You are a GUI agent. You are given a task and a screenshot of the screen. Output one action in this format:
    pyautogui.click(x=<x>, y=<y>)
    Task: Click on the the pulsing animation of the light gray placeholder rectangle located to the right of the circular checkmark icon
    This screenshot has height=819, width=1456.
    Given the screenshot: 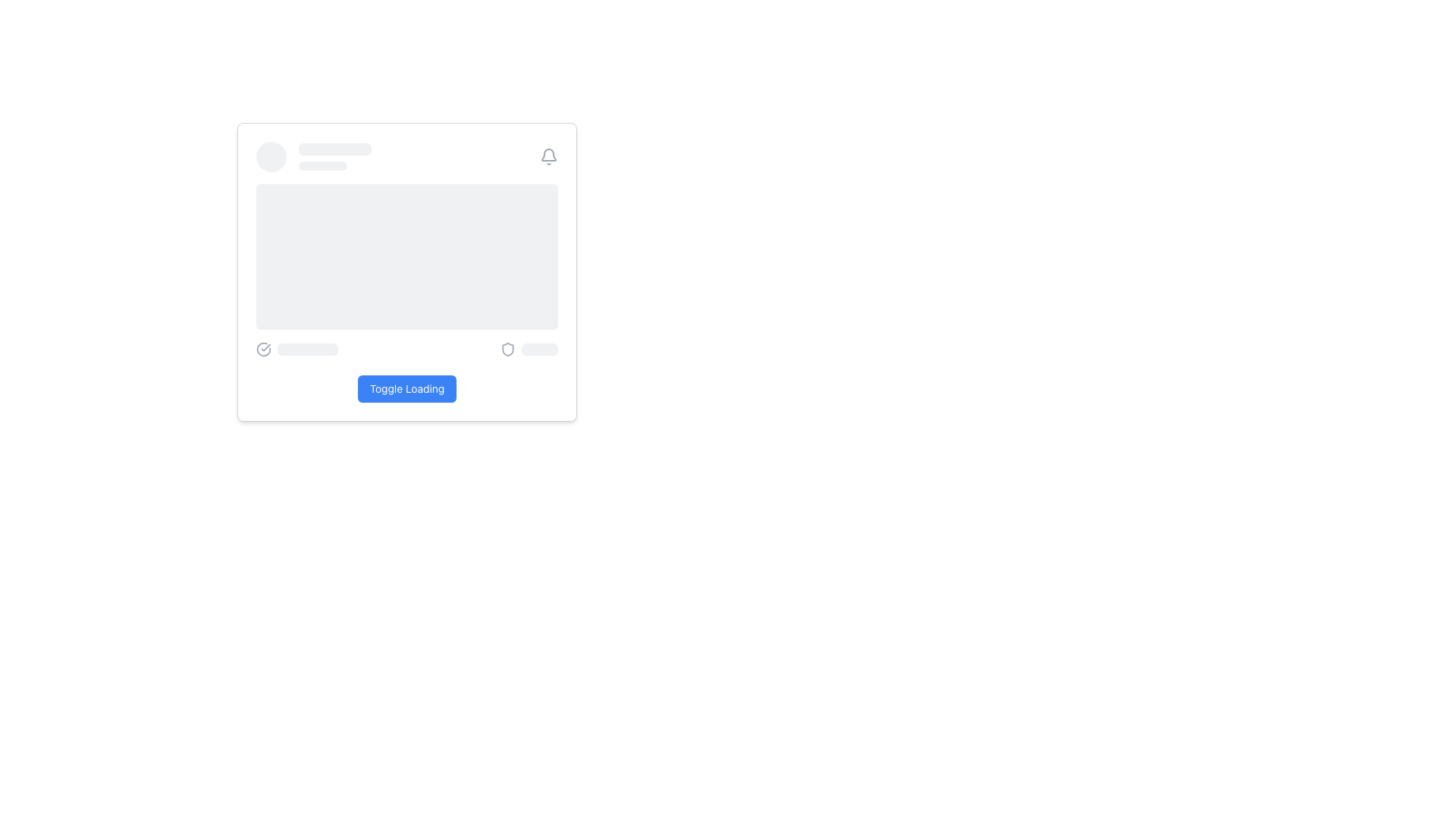 What is the action you would take?
    pyautogui.click(x=307, y=350)
    